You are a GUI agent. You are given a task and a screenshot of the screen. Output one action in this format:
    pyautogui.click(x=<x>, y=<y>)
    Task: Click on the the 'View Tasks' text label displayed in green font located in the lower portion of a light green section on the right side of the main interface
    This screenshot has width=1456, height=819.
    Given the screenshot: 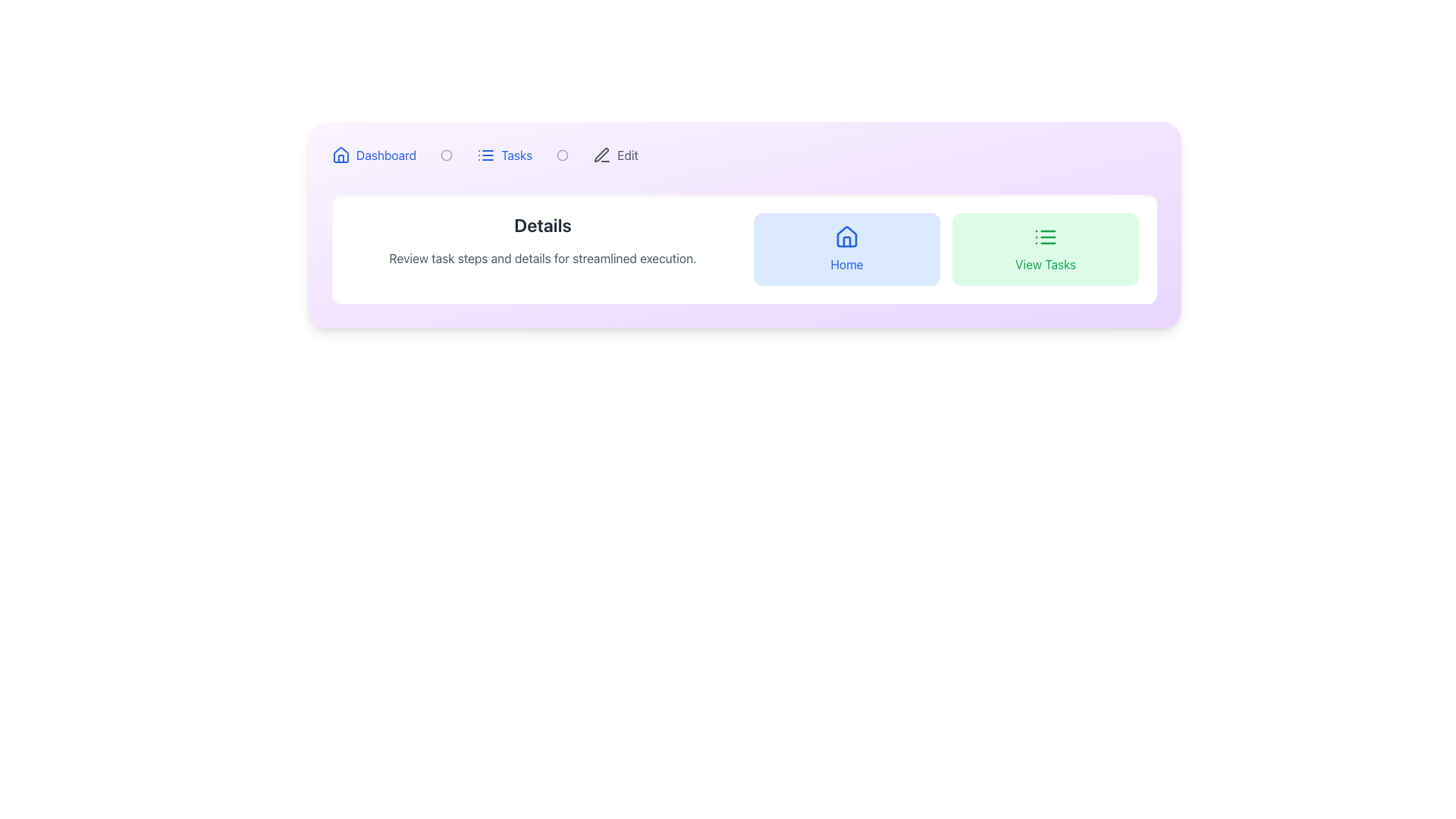 What is the action you would take?
    pyautogui.click(x=1044, y=263)
    